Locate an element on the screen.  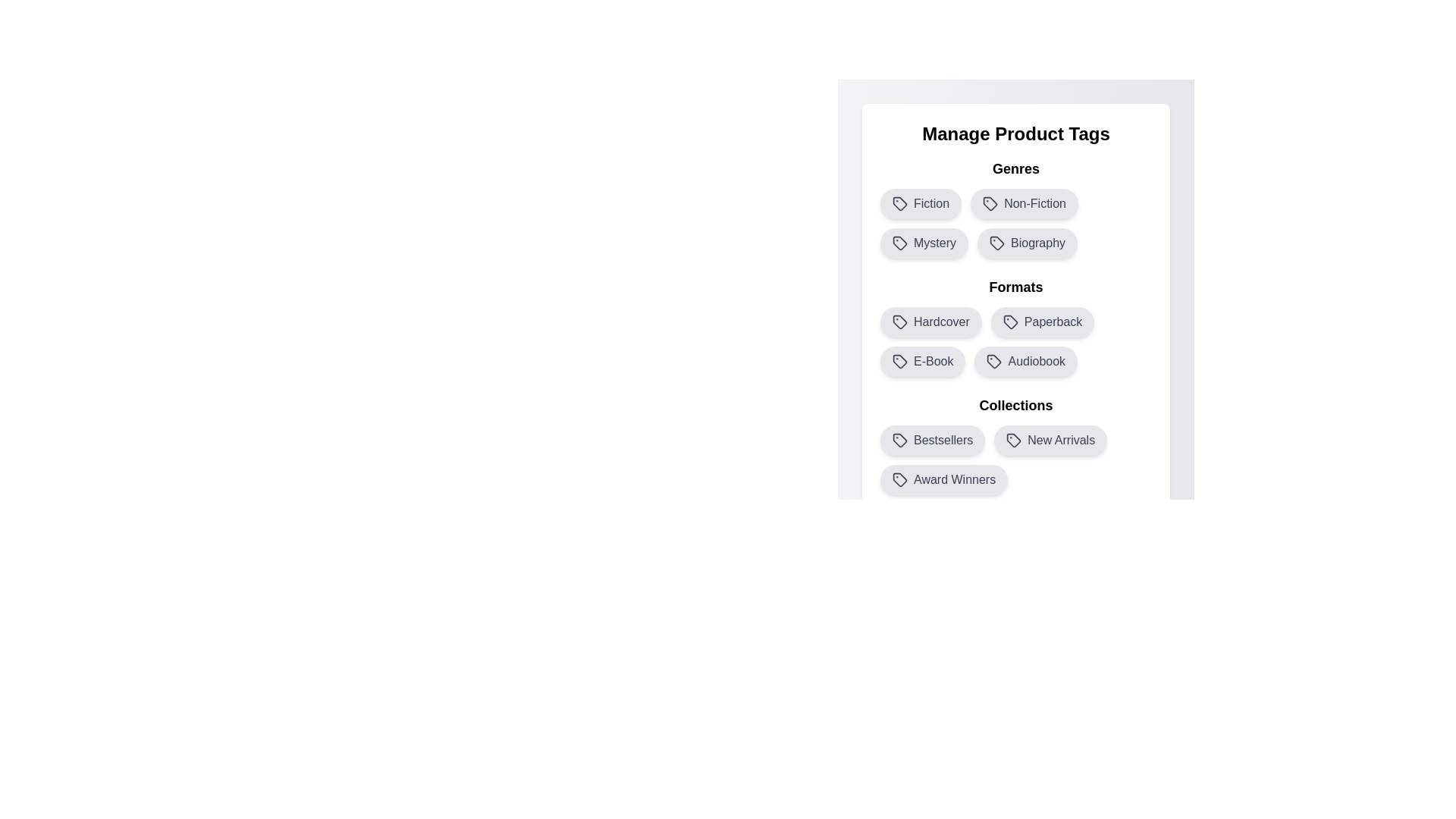
the 'Biography' tag filter button located in the 'Genres' section of the 'Manage Product Tags' interface is located at coordinates (1027, 242).